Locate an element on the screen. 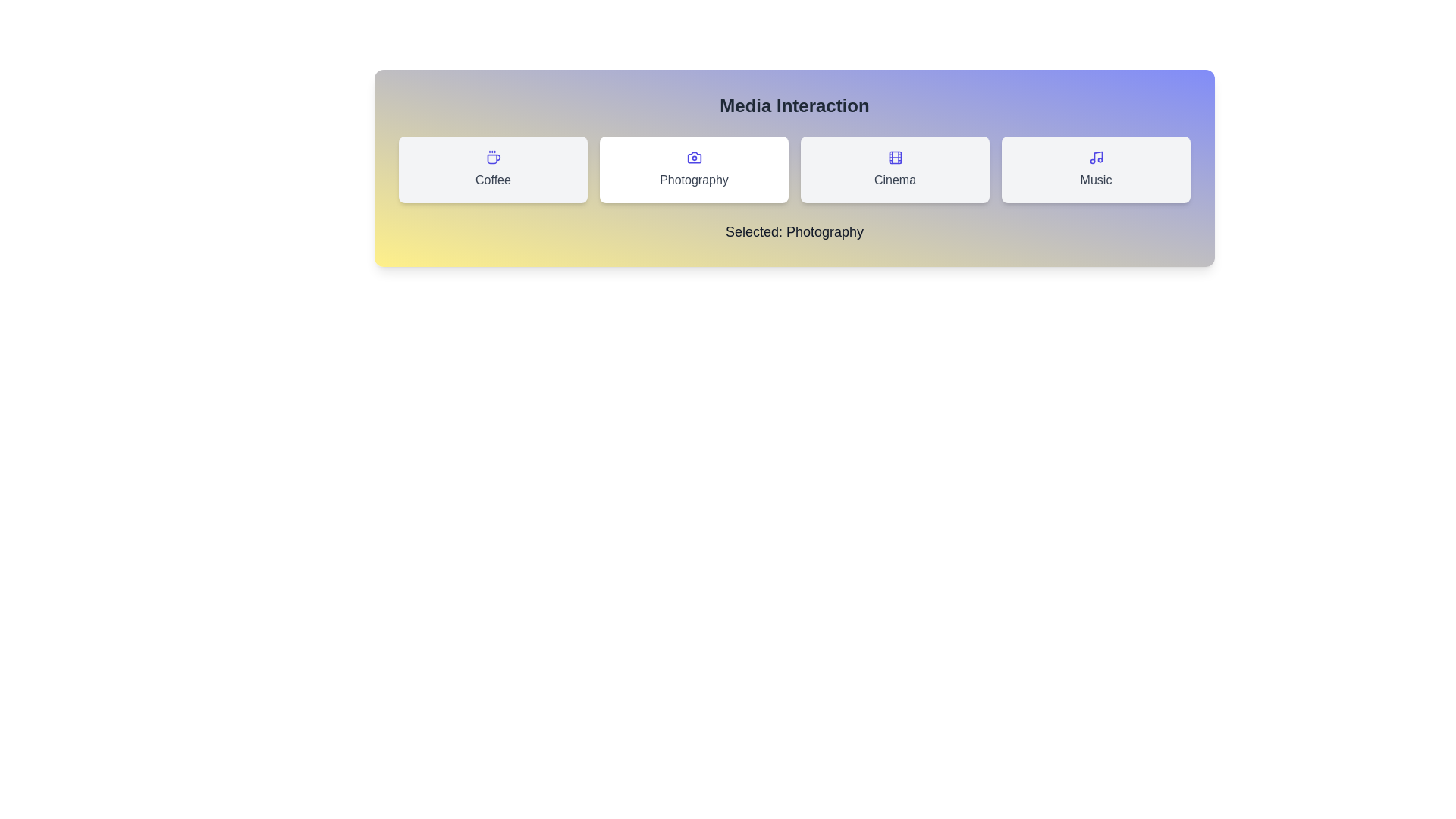  text label indicating the topic of the second card in the horizontal list, which is 'Photography' is located at coordinates (693, 180).